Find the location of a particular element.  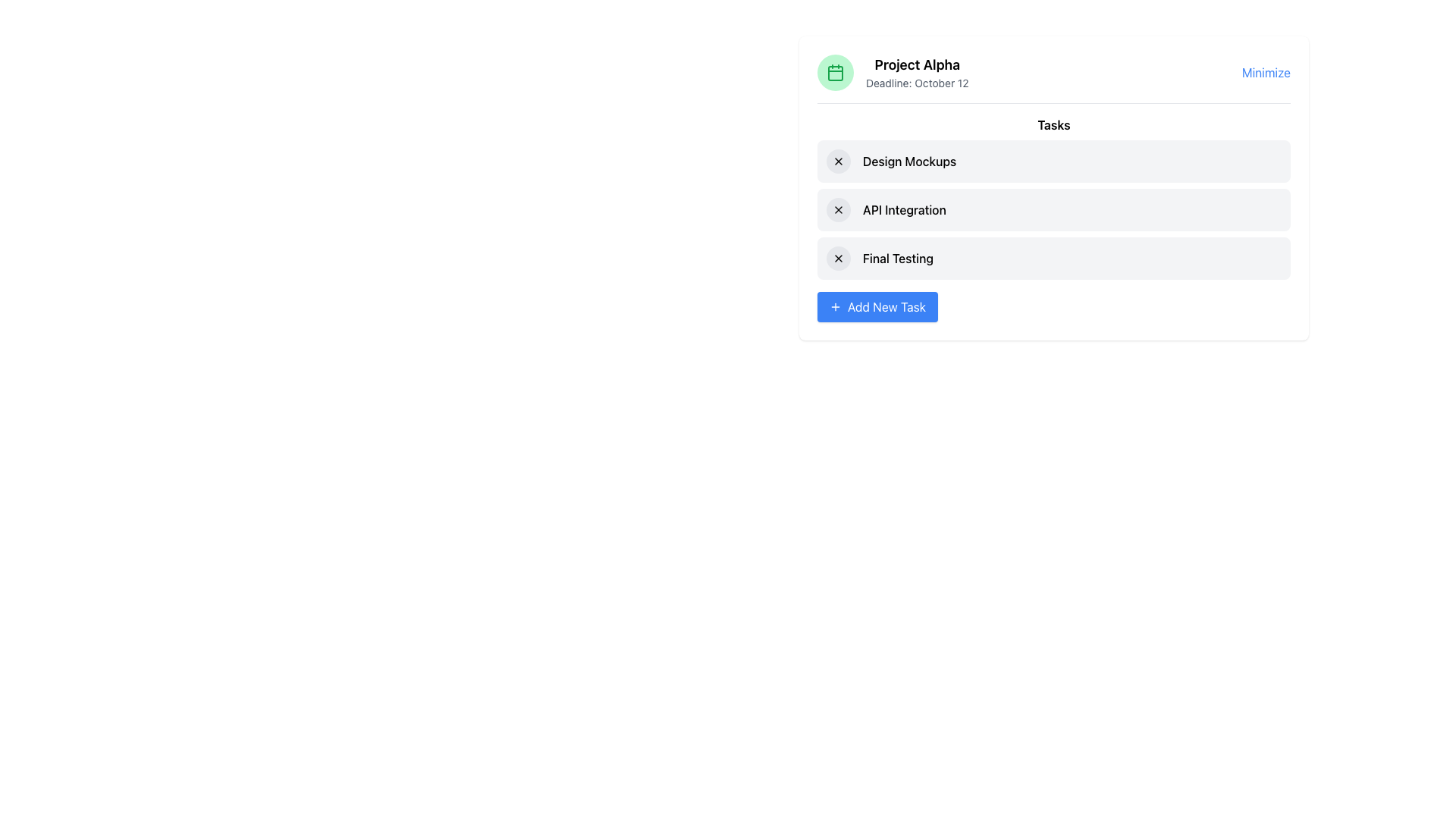

the project title text label, which is prominently displayed as the header for the project information, located to the right of a calendar icon is located at coordinates (916, 64).